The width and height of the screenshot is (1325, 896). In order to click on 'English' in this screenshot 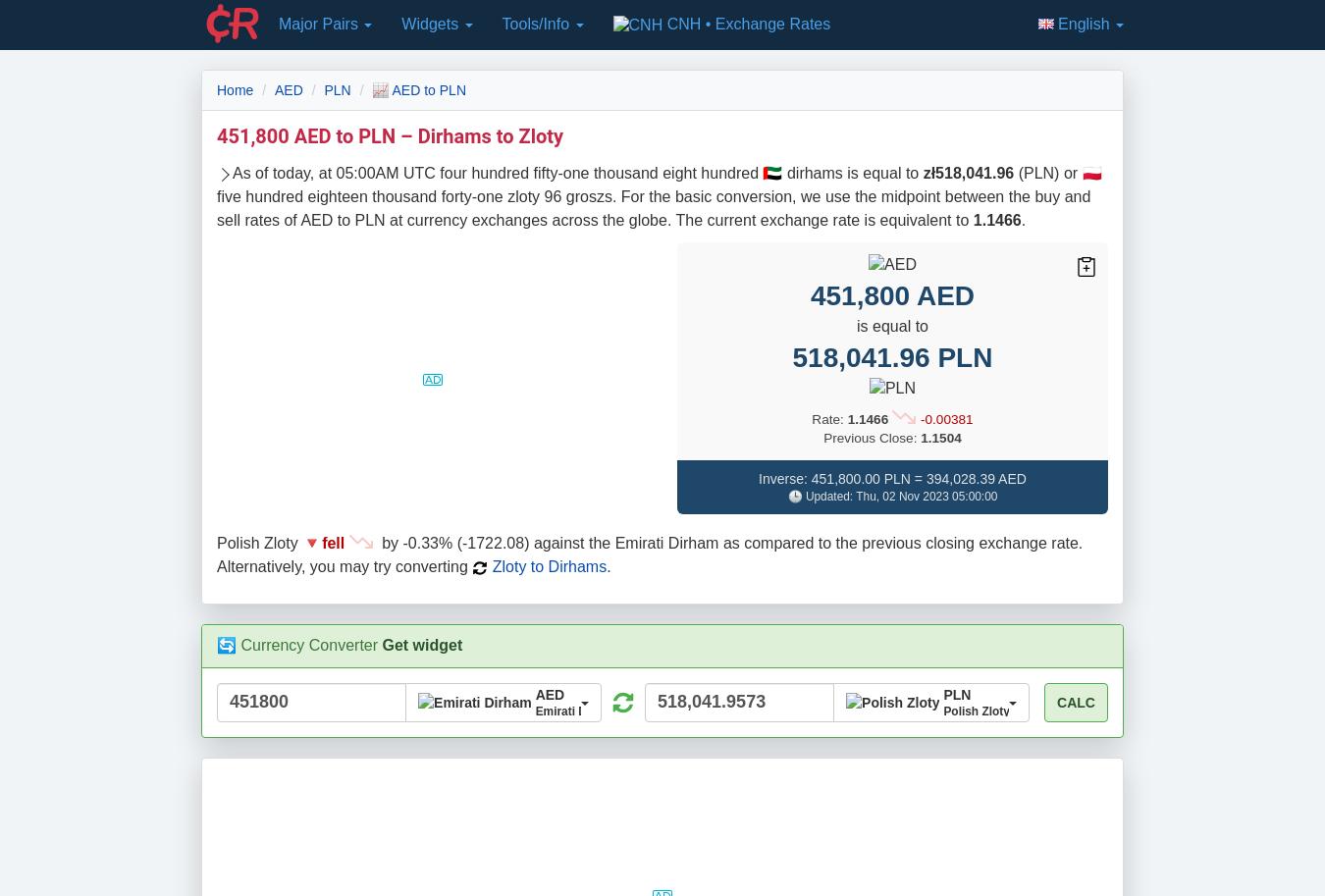, I will do `click(1086, 24)`.